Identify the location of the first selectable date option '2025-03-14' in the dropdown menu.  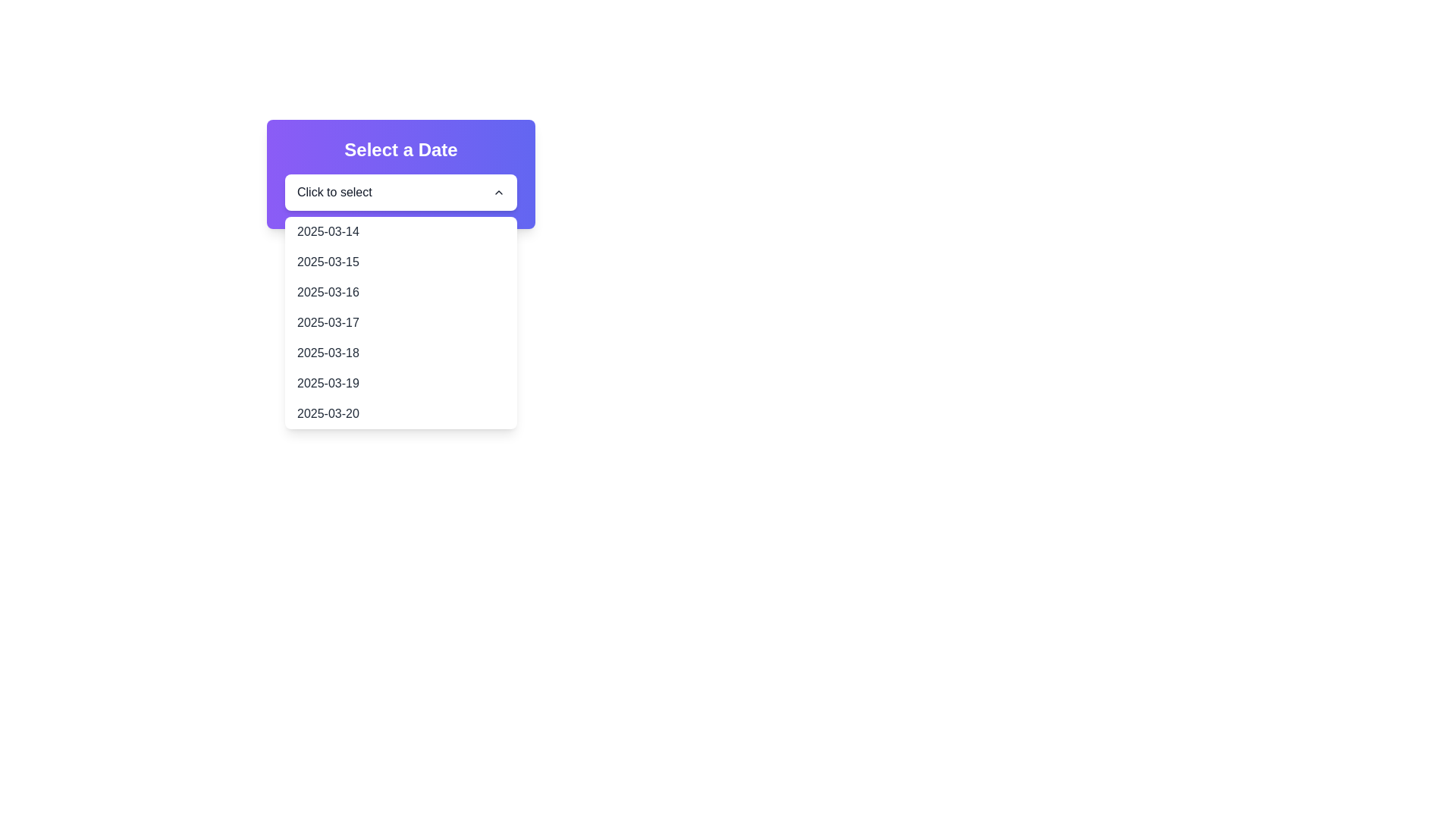
(327, 231).